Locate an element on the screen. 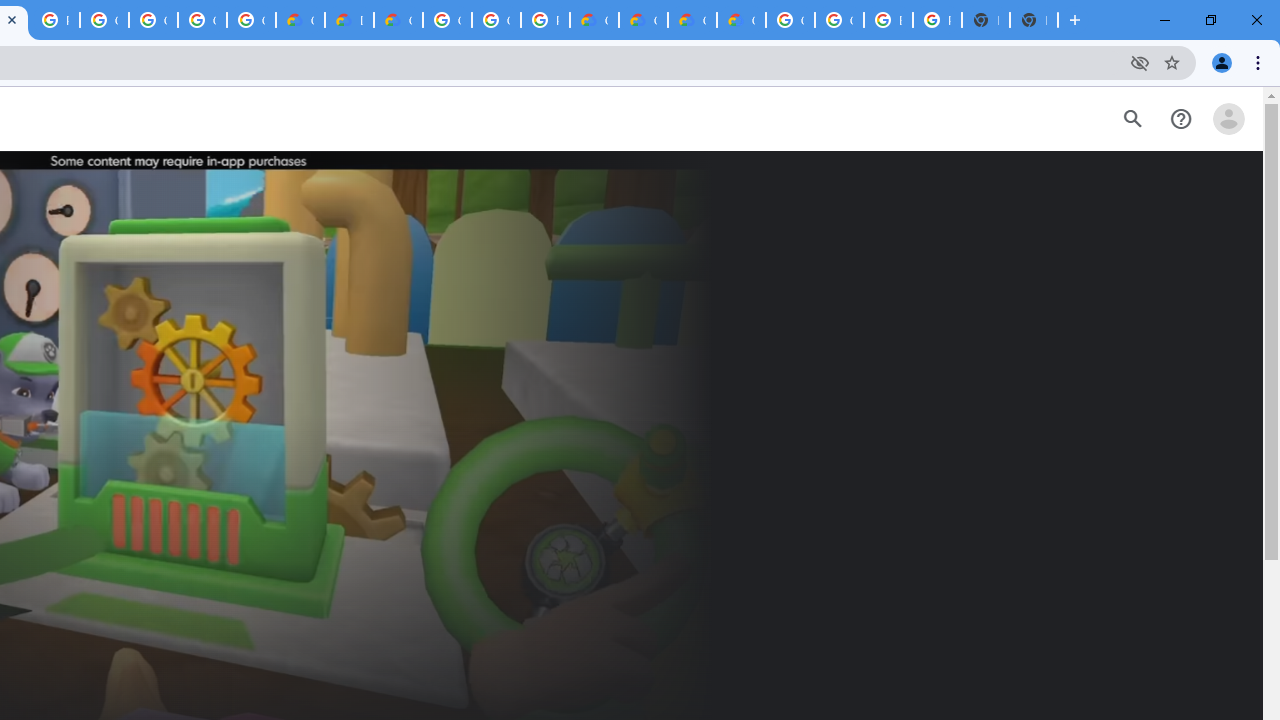 The height and width of the screenshot is (720, 1280). 'Google Cloud Service Health' is located at coordinates (740, 20).